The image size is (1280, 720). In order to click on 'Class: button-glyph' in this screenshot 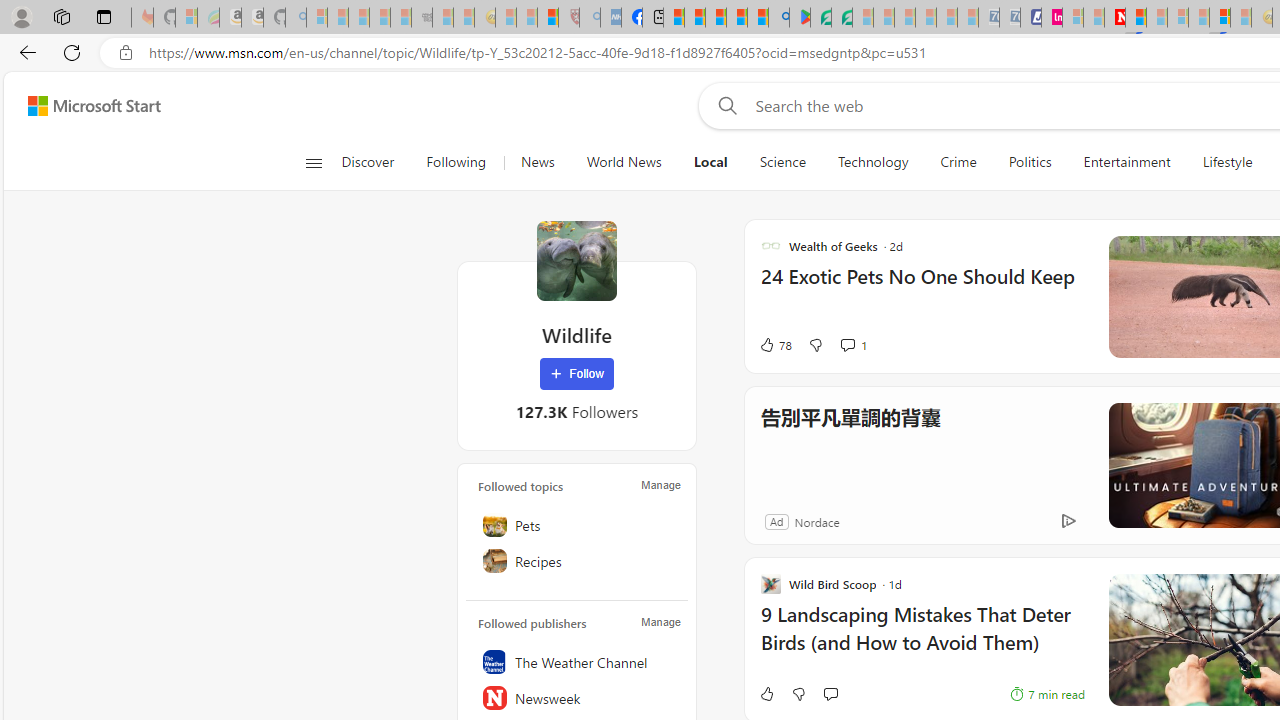, I will do `click(312, 162)`.